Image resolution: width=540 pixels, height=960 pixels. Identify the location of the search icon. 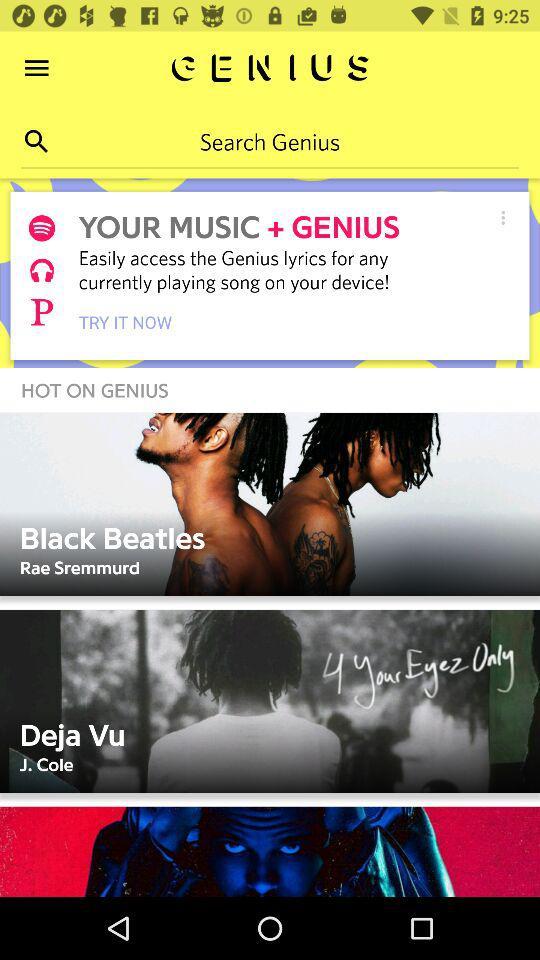
(36, 140).